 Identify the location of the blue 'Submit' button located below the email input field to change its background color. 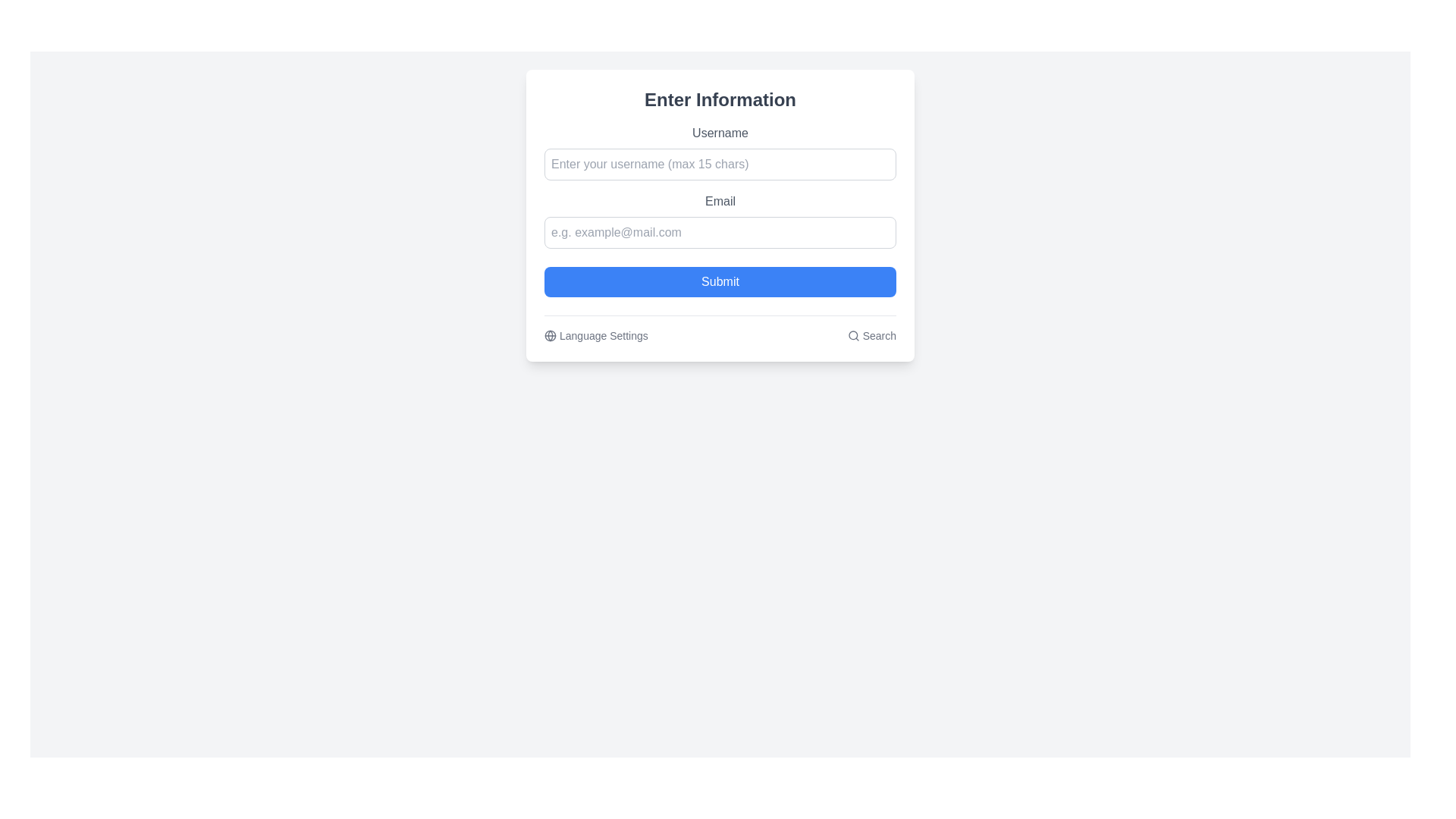
(720, 281).